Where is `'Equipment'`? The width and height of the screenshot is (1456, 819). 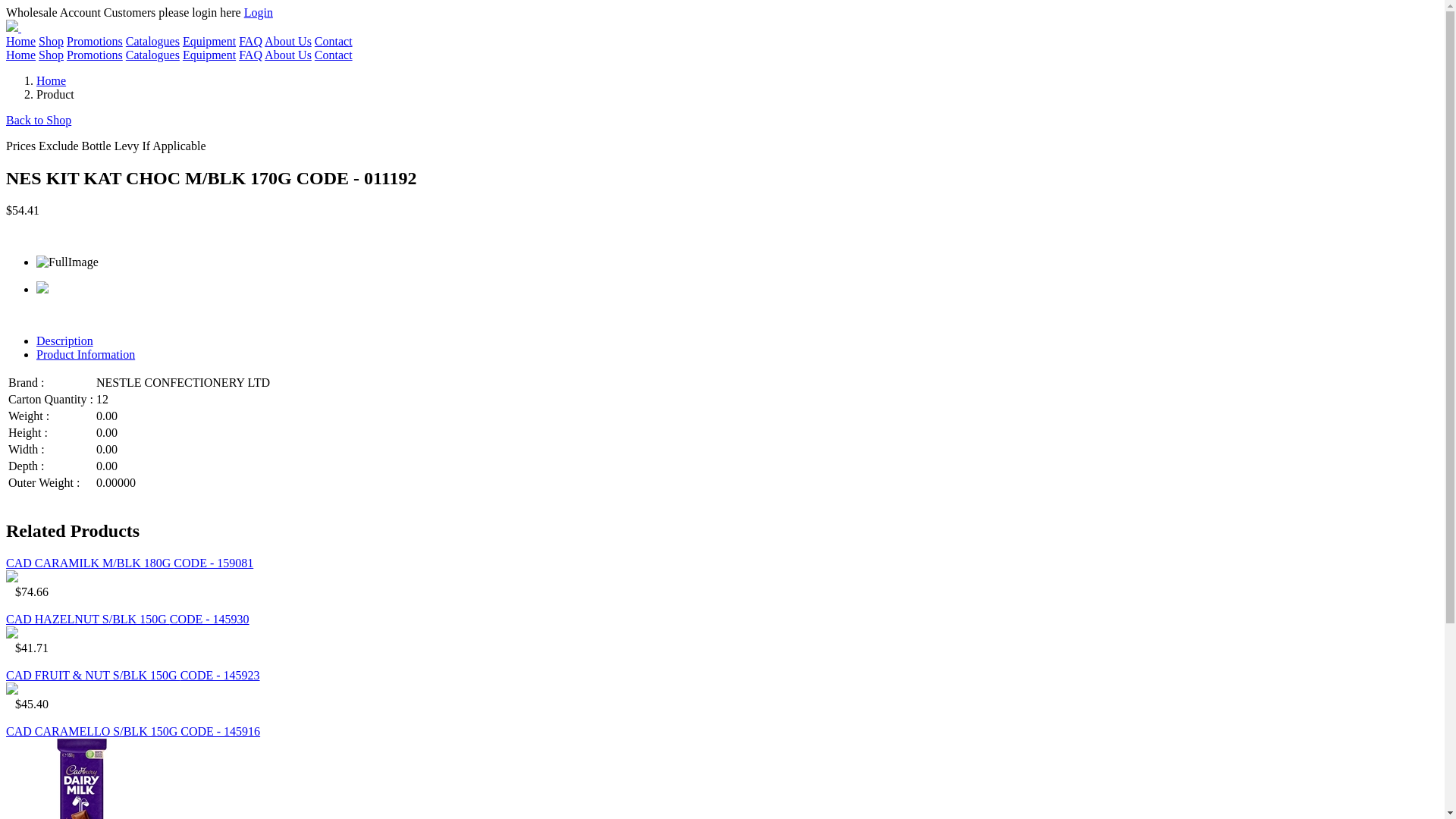 'Equipment' is located at coordinates (208, 40).